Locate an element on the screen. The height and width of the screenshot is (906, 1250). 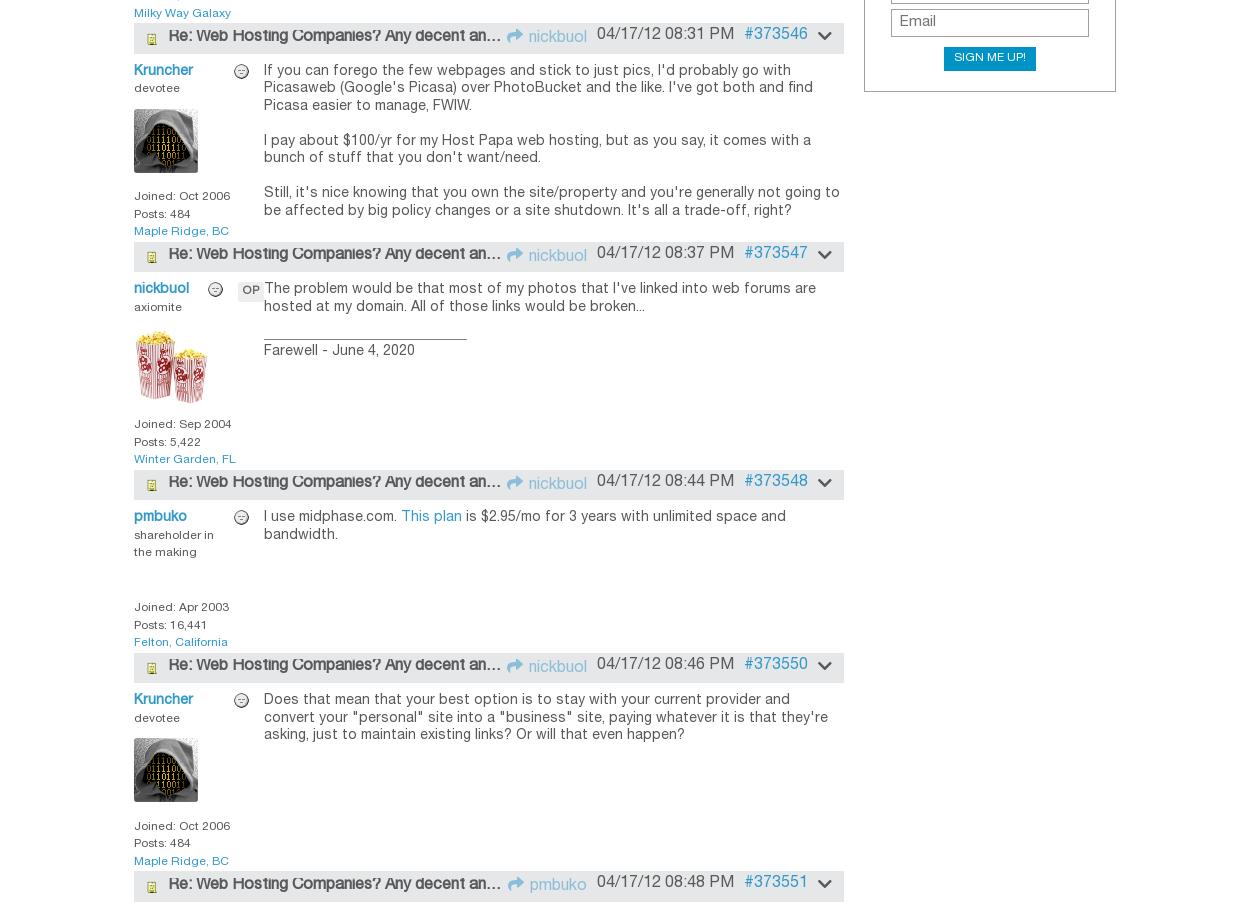
'OP' is located at coordinates (251, 290).